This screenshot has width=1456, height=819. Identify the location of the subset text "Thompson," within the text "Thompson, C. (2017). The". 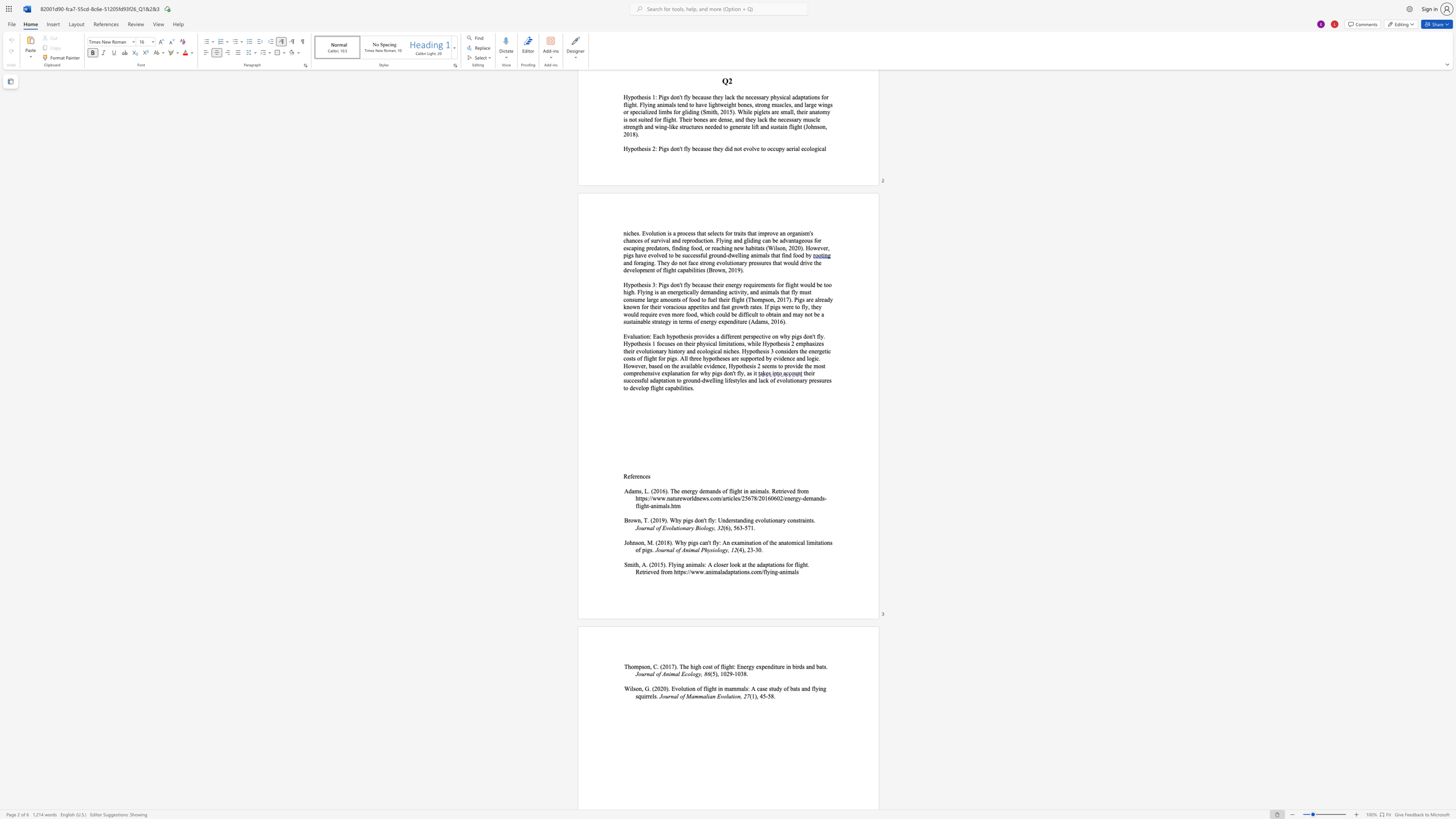
(624, 666).